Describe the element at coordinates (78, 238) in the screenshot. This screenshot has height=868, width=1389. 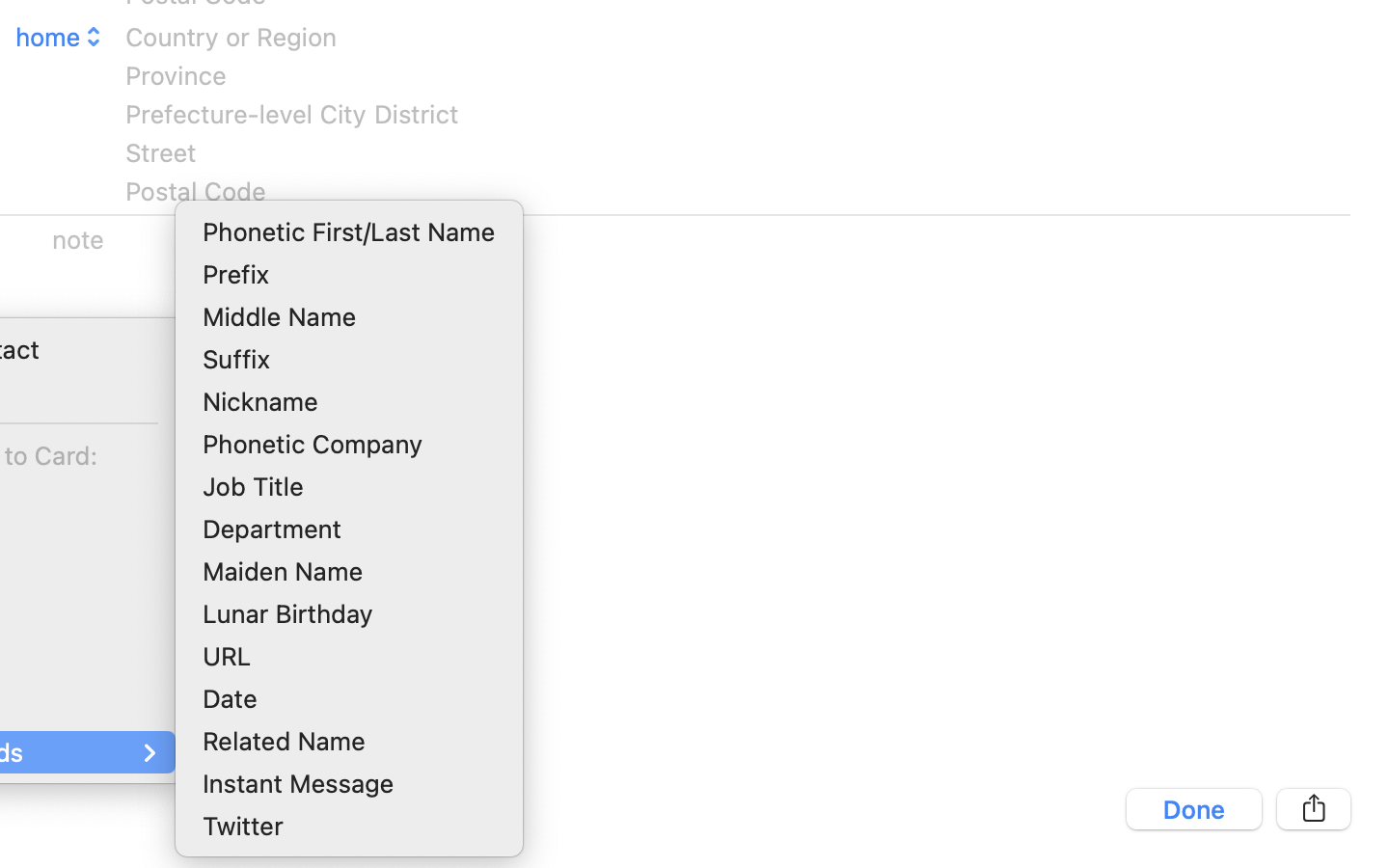
I see `'note'` at that location.